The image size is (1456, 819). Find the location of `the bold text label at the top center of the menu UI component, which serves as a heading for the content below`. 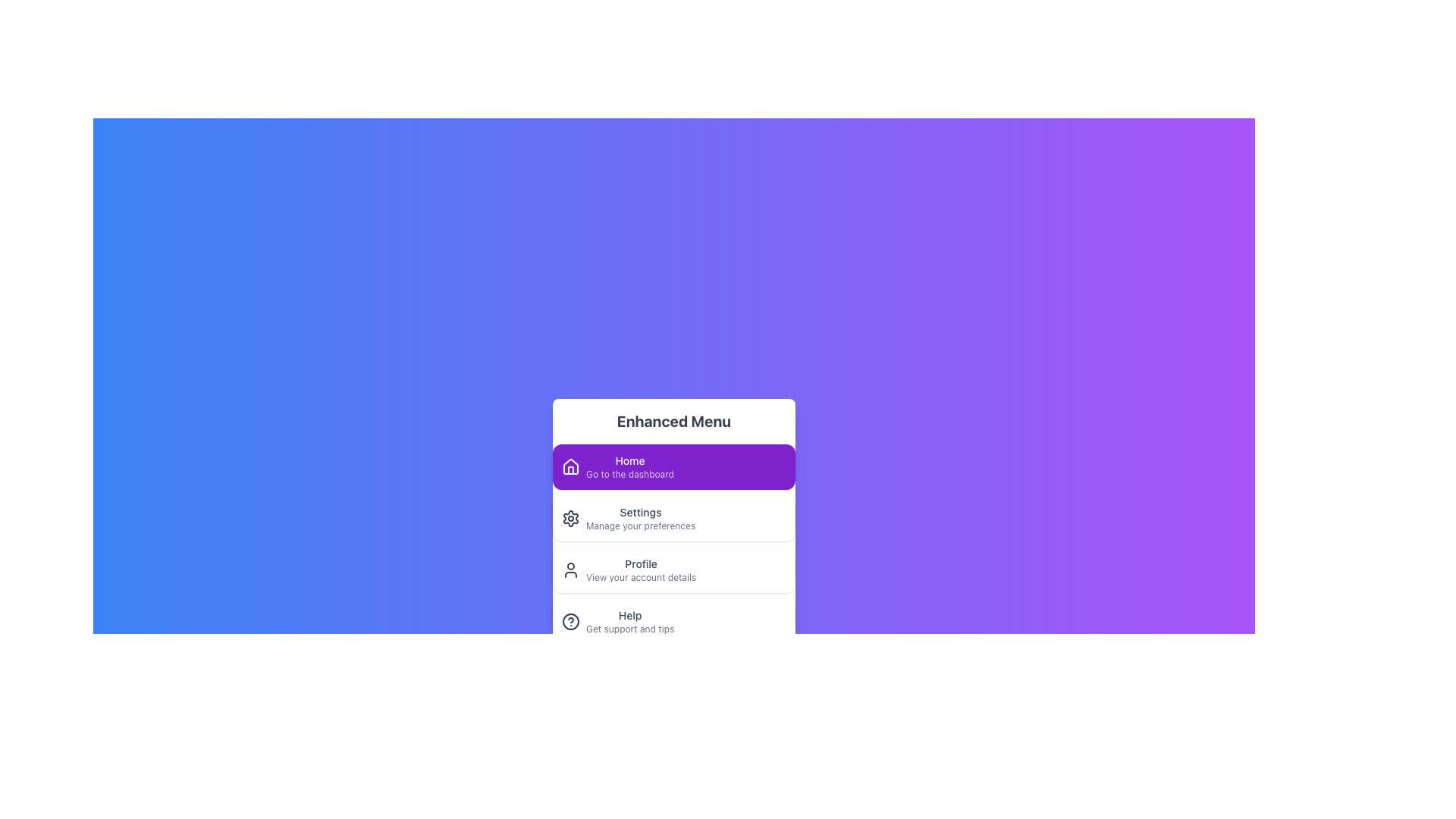

the bold text label at the top center of the menu UI component, which serves as a heading for the content below is located at coordinates (673, 421).